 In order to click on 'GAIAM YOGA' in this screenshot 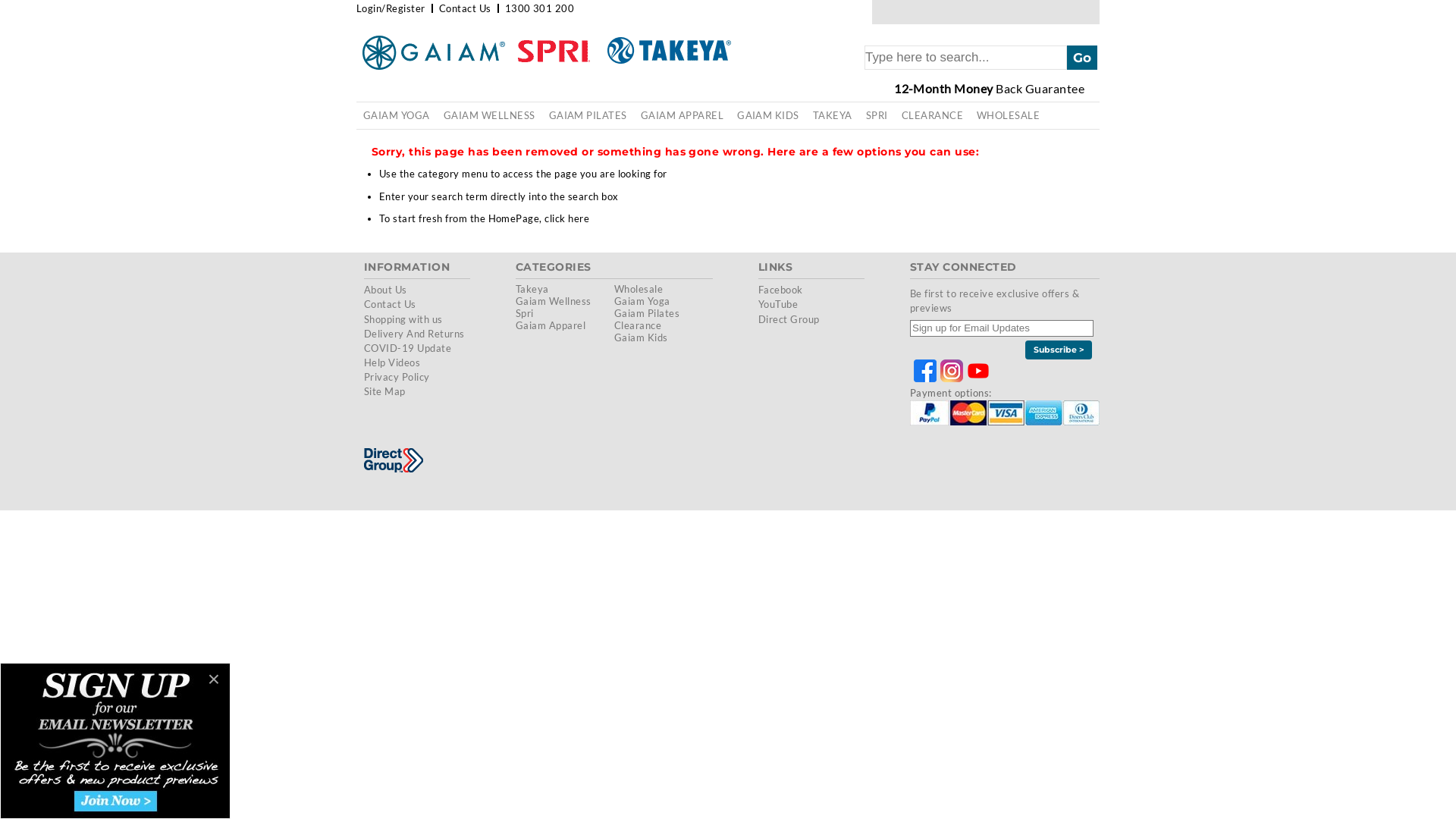, I will do `click(397, 115)`.